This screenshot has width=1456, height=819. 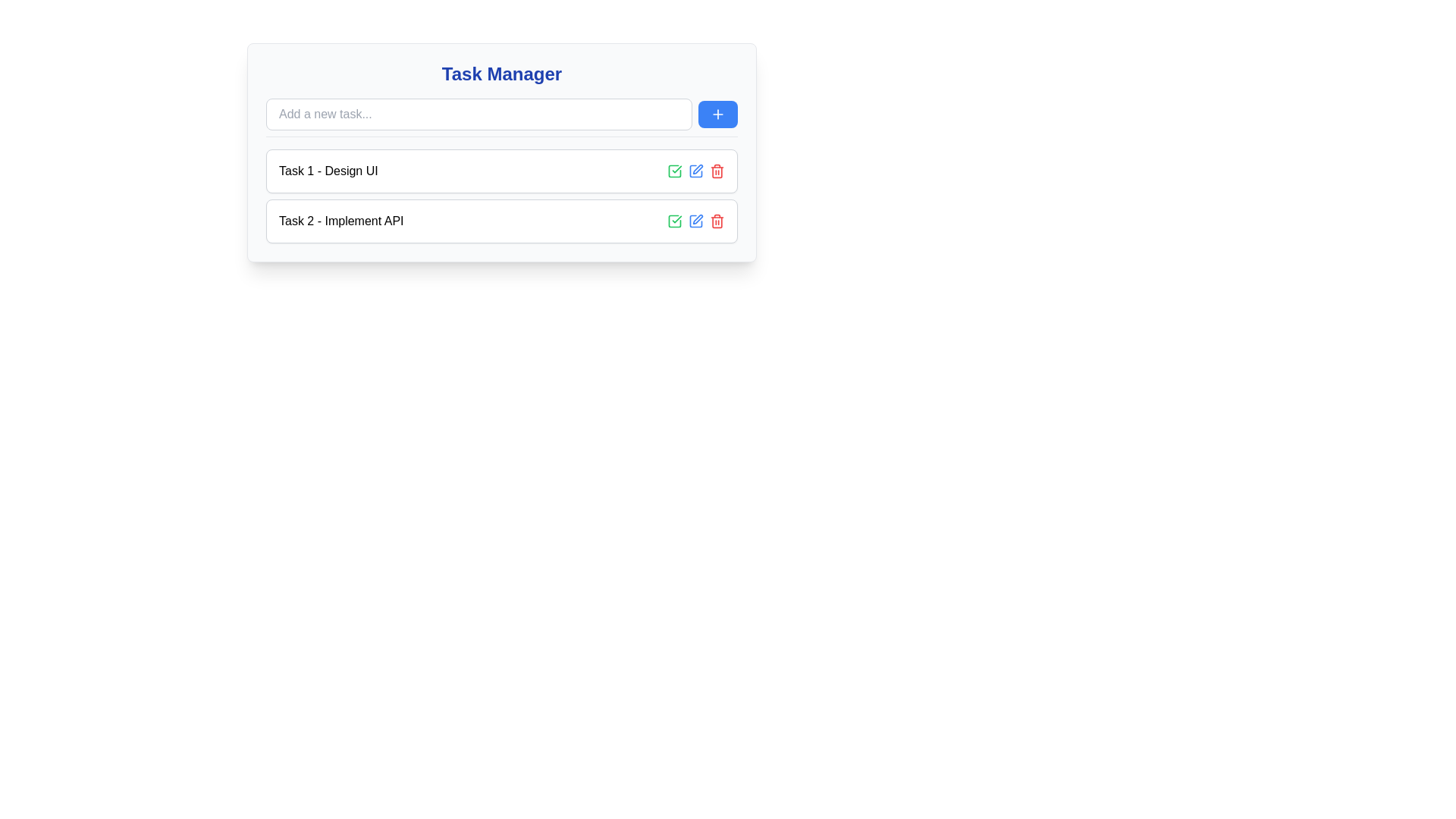 I want to click on description of the task label 'Task 1 - Design UI' located at the top of the task list in the task management interface, so click(x=328, y=171).